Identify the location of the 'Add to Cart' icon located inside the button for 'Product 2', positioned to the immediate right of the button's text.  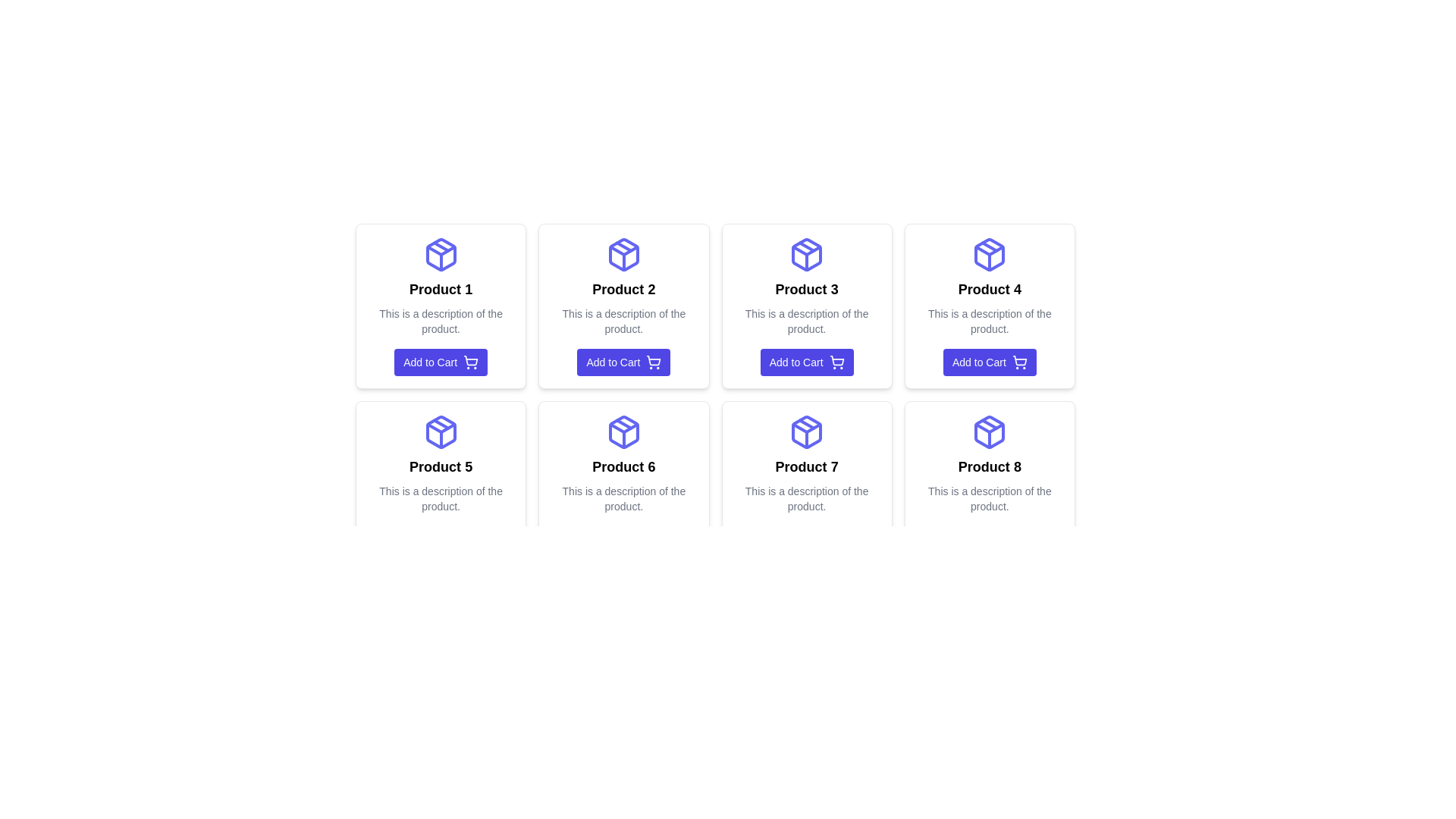
(654, 362).